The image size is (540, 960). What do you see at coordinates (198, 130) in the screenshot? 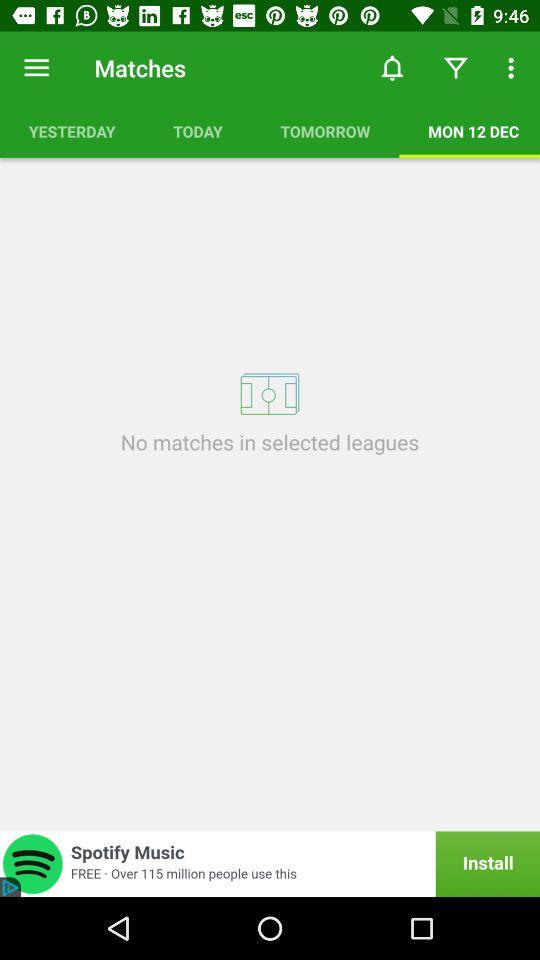
I see `today icon` at bounding box center [198, 130].